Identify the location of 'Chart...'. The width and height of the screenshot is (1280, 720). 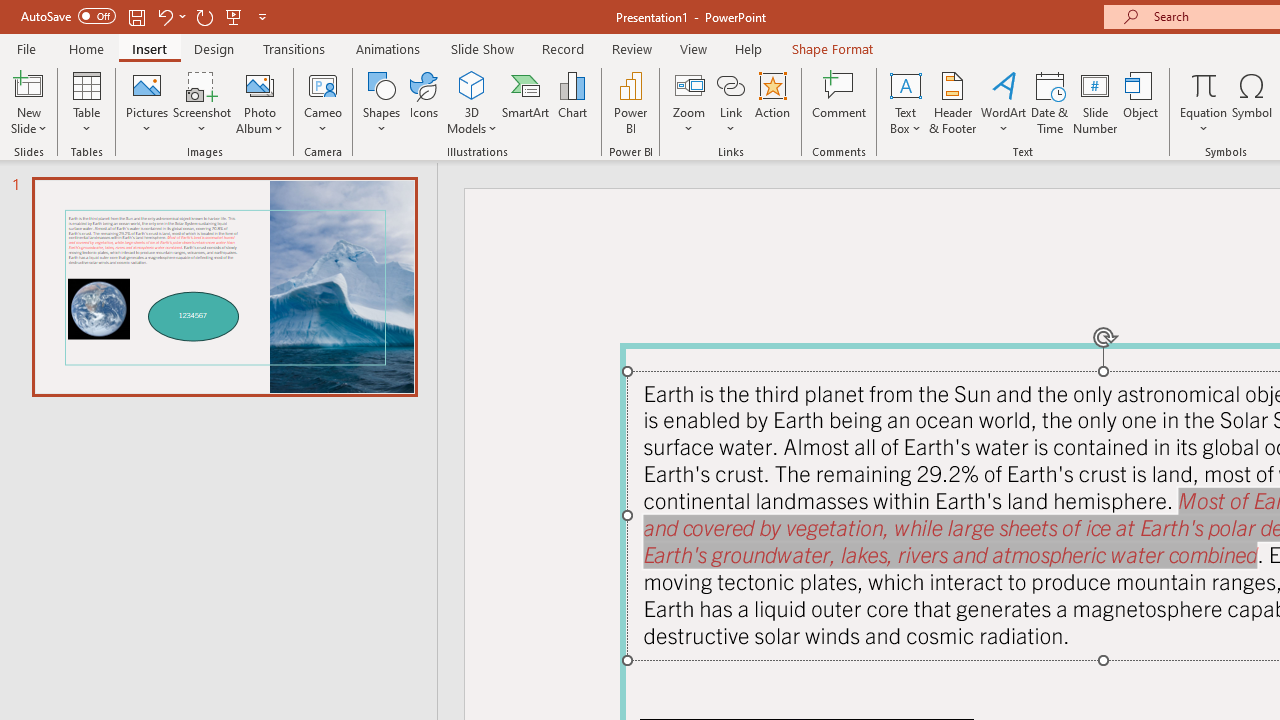
(571, 103).